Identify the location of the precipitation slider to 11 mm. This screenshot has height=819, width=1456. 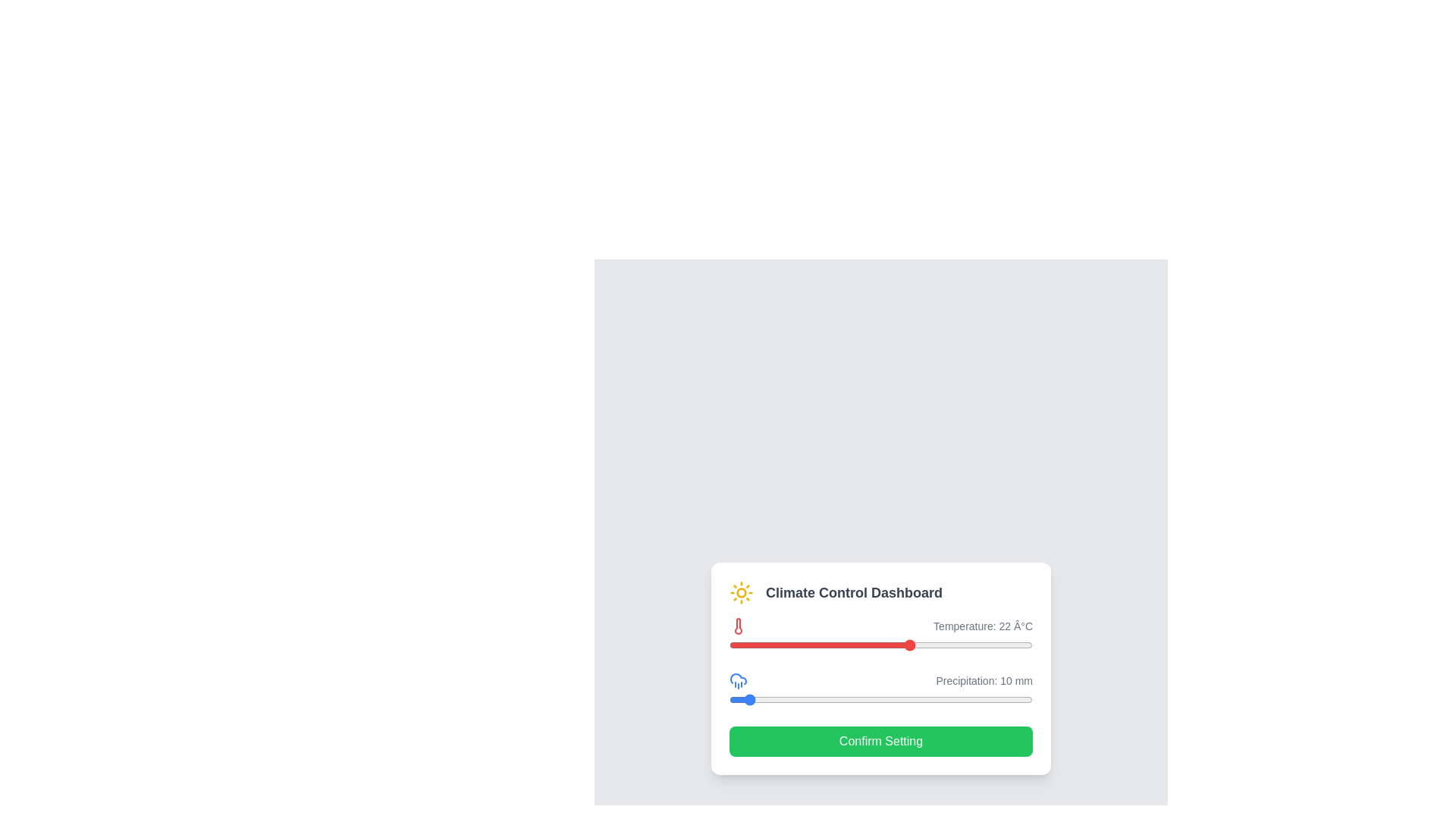
(745, 699).